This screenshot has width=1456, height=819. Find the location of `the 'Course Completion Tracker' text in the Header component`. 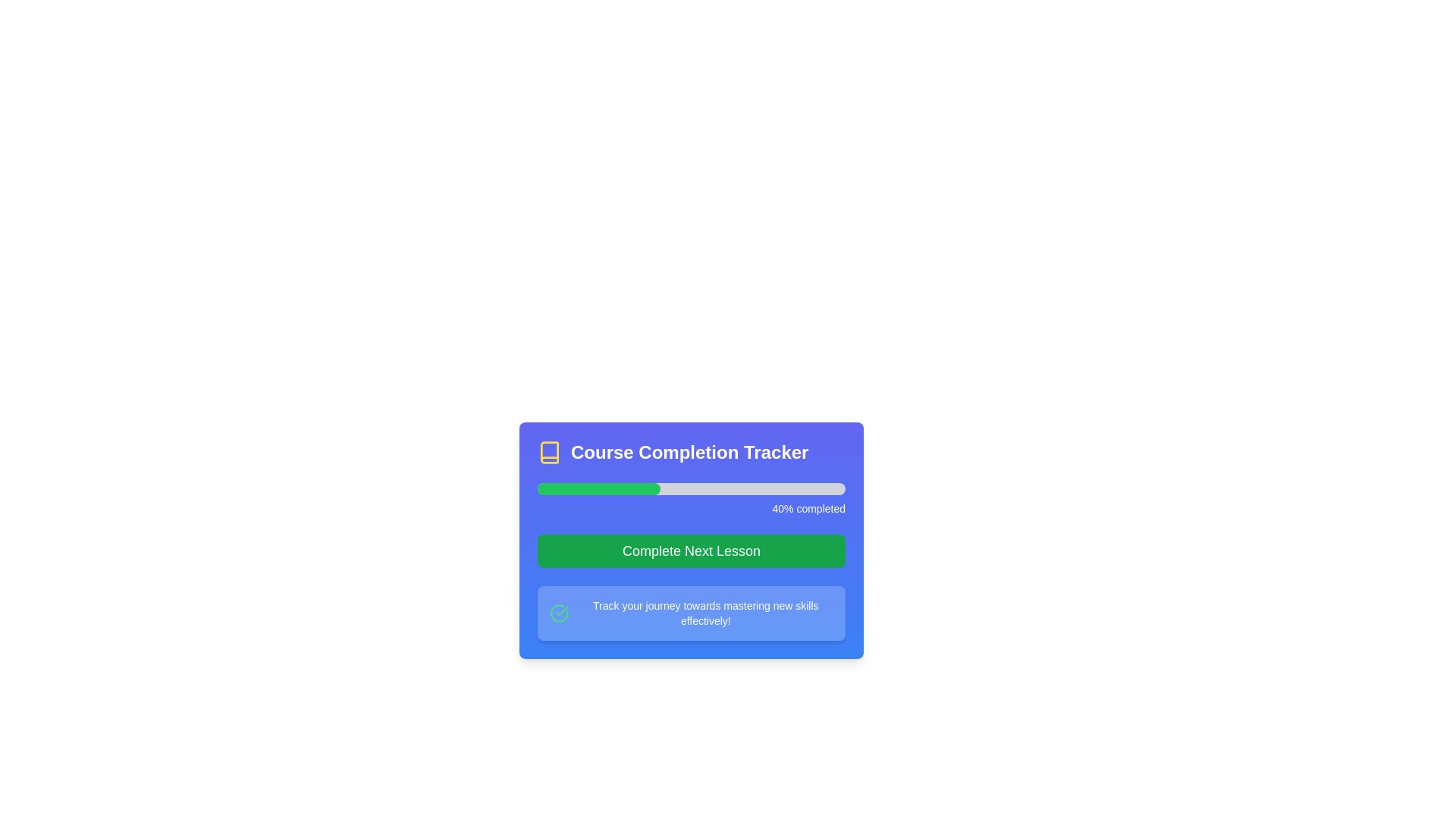

the 'Course Completion Tracker' text in the Header component is located at coordinates (691, 452).